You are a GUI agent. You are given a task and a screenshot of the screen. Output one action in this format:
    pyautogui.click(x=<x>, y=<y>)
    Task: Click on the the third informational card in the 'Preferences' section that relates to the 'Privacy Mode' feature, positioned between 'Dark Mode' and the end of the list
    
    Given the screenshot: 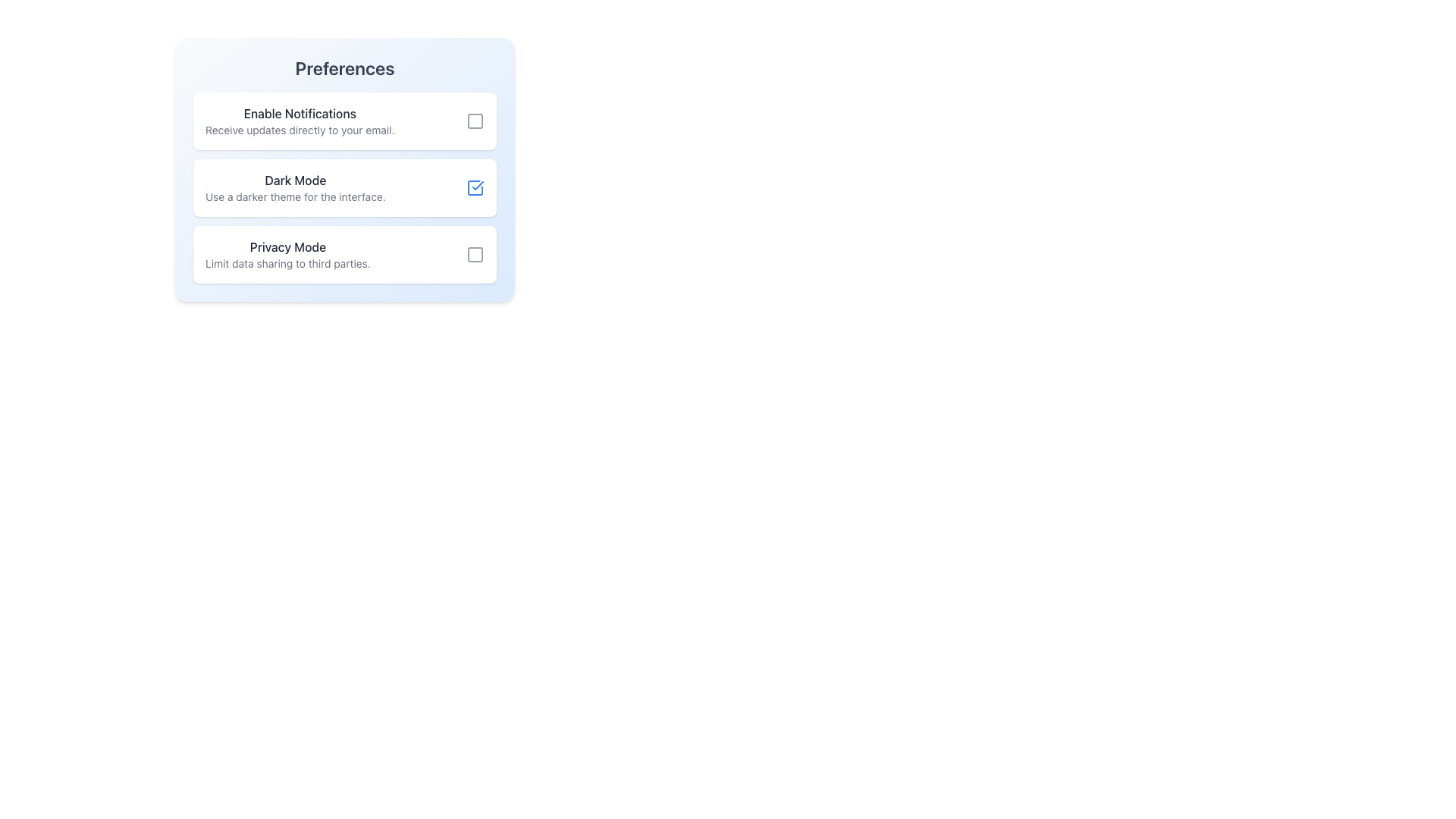 What is the action you would take?
    pyautogui.click(x=344, y=253)
    